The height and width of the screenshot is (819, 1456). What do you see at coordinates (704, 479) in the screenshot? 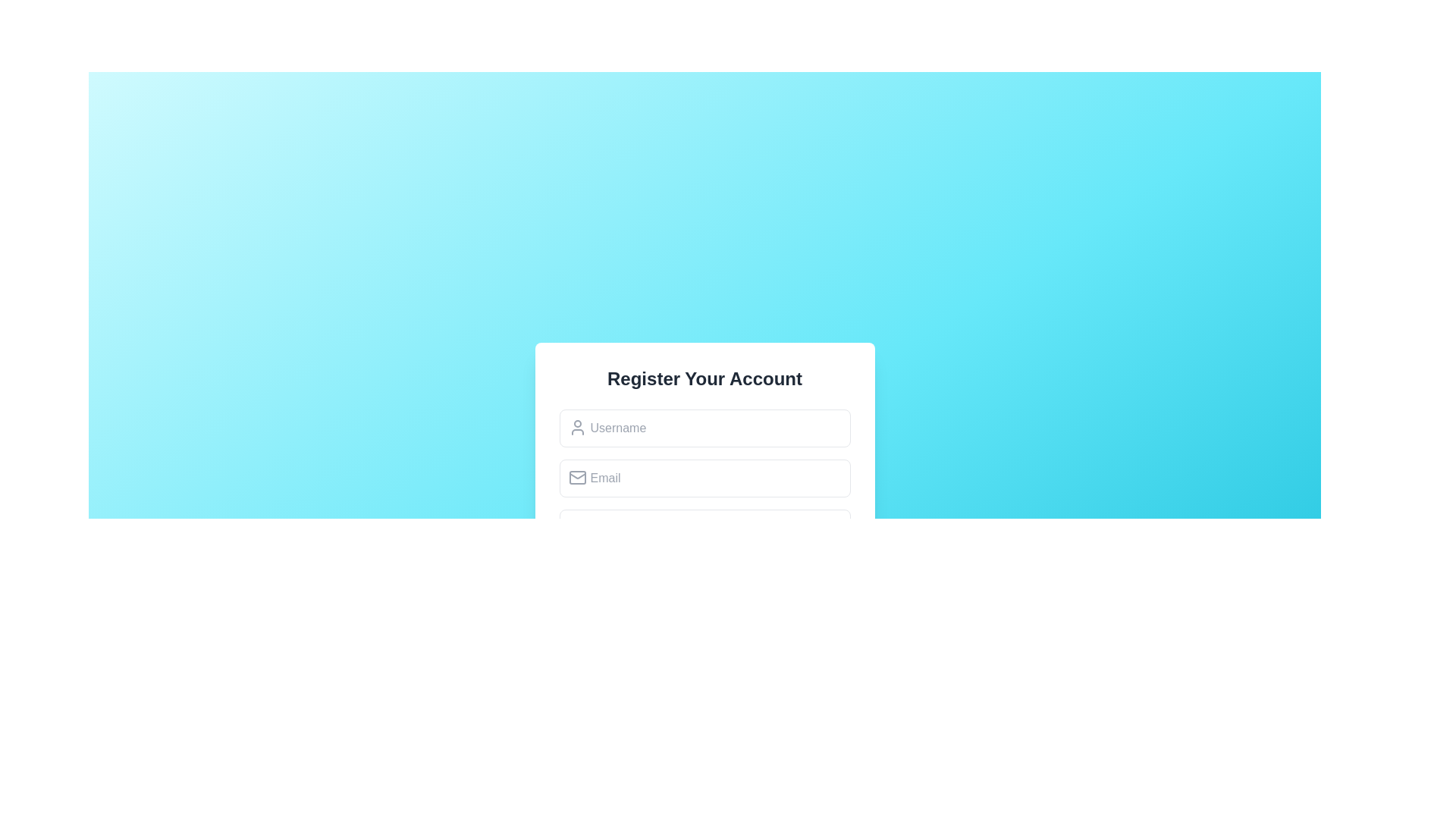
I see `inside the email input field to focus and start typing, which is the second field in the registration form titled 'Register Your Account'` at bounding box center [704, 479].